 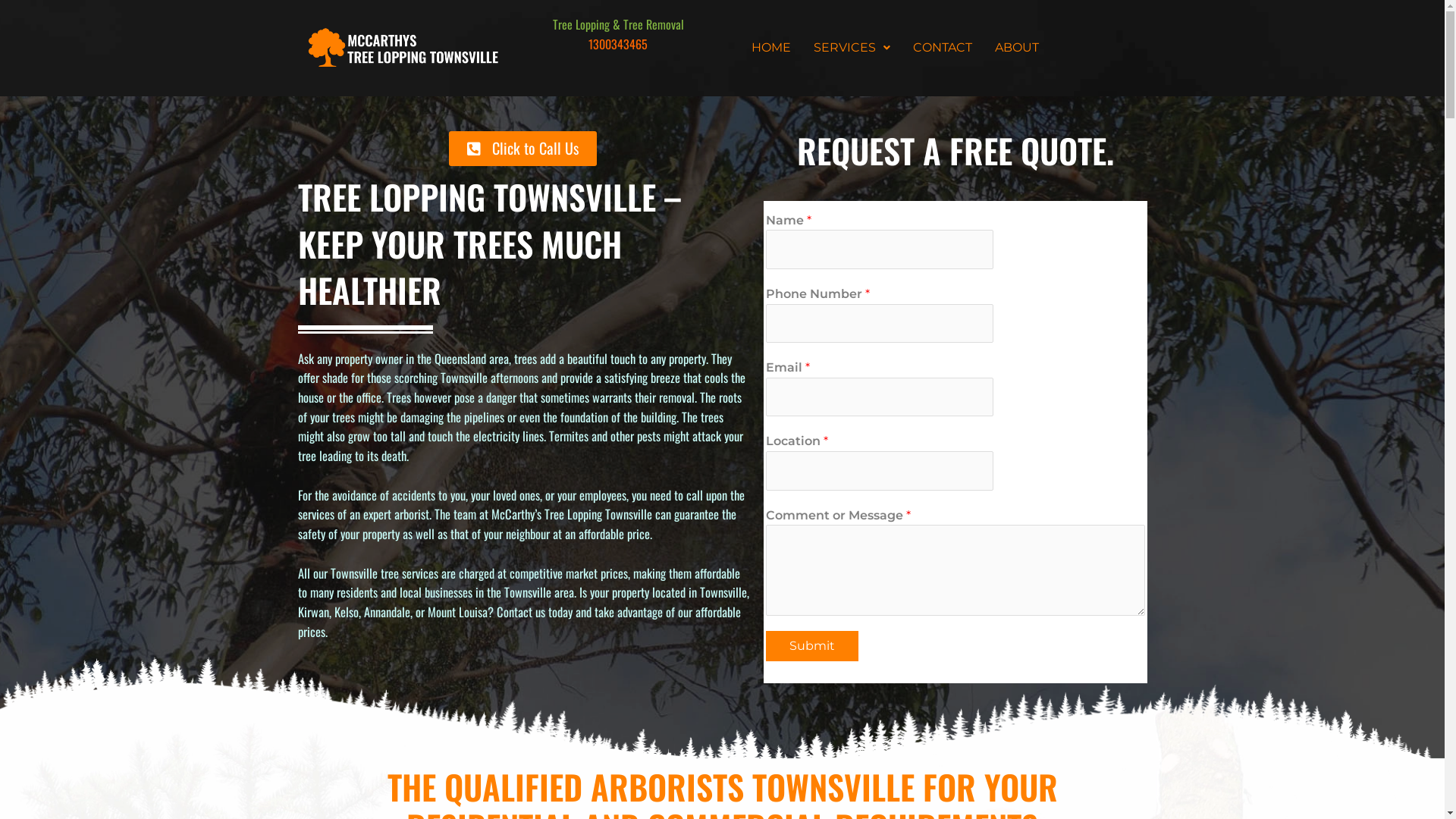 What do you see at coordinates (618, 42) in the screenshot?
I see `'1300343465'` at bounding box center [618, 42].